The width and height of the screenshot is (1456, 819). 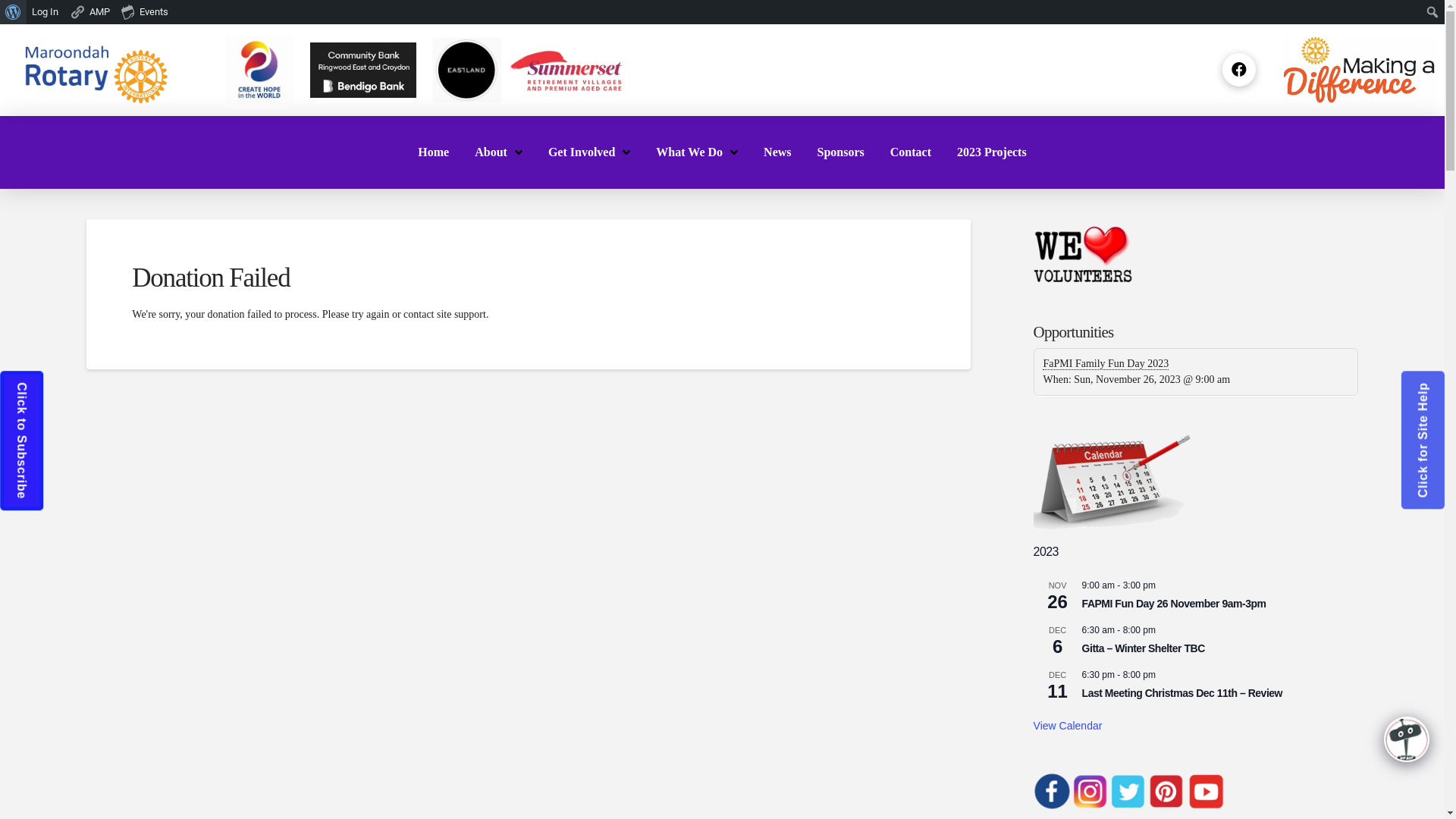 I want to click on 'What We Do', so click(x=695, y=152).